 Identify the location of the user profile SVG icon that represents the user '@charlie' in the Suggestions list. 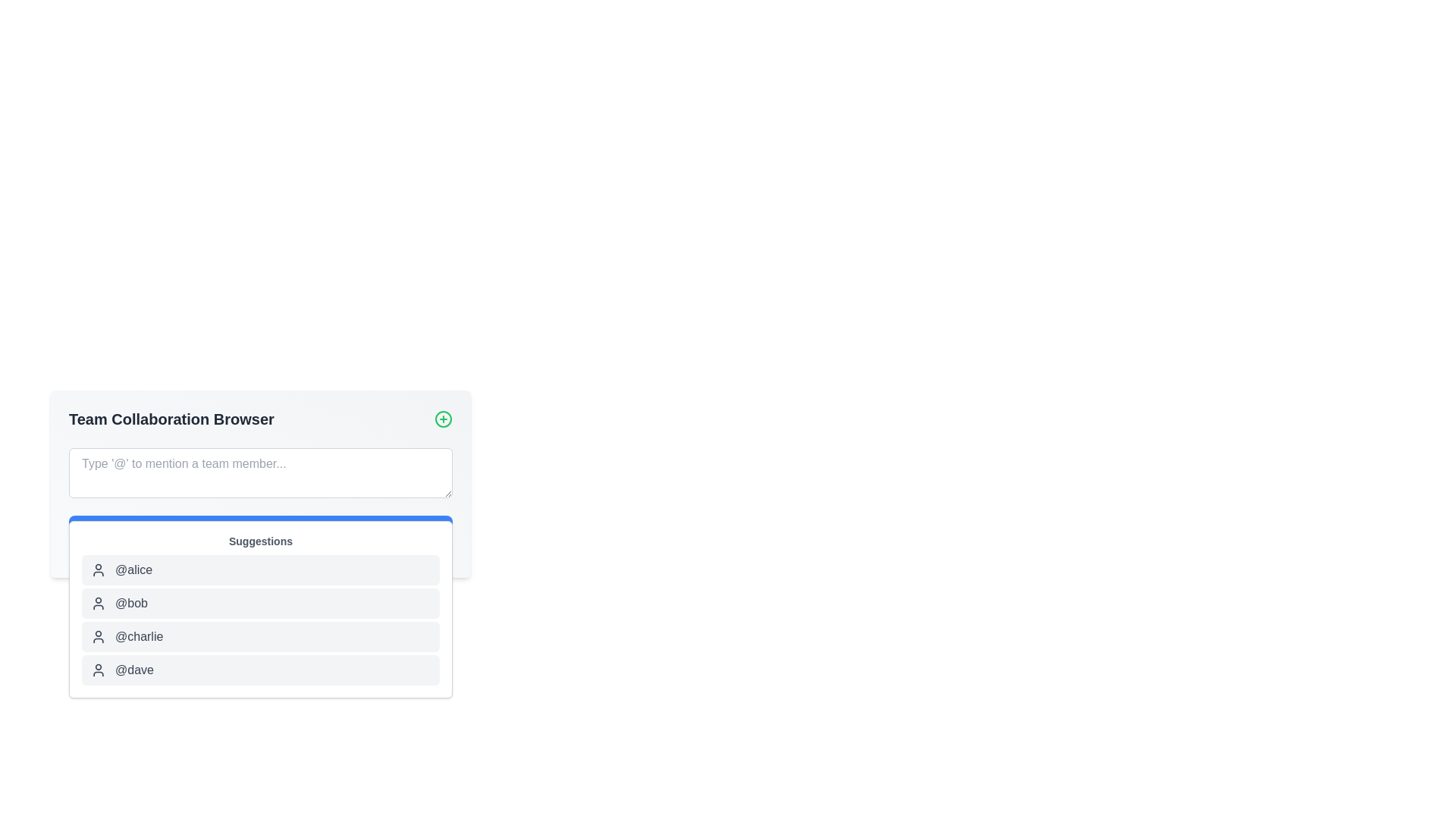
(97, 637).